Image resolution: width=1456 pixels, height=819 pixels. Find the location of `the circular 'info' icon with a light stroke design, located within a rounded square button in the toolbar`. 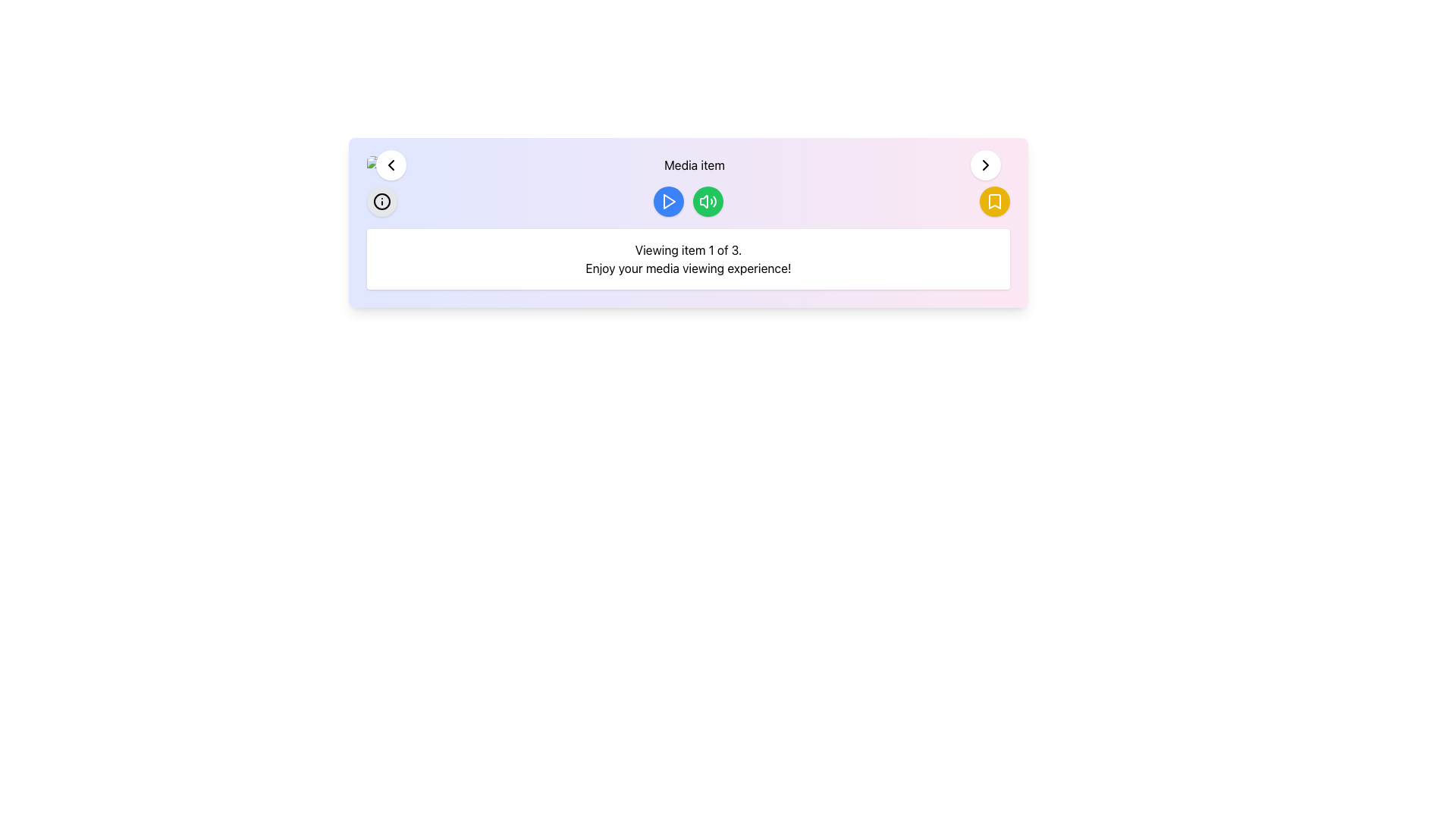

the circular 'info' icon with a light stroke design, located within a rounded square button in the toolbar is located at coordinates (382, 201).